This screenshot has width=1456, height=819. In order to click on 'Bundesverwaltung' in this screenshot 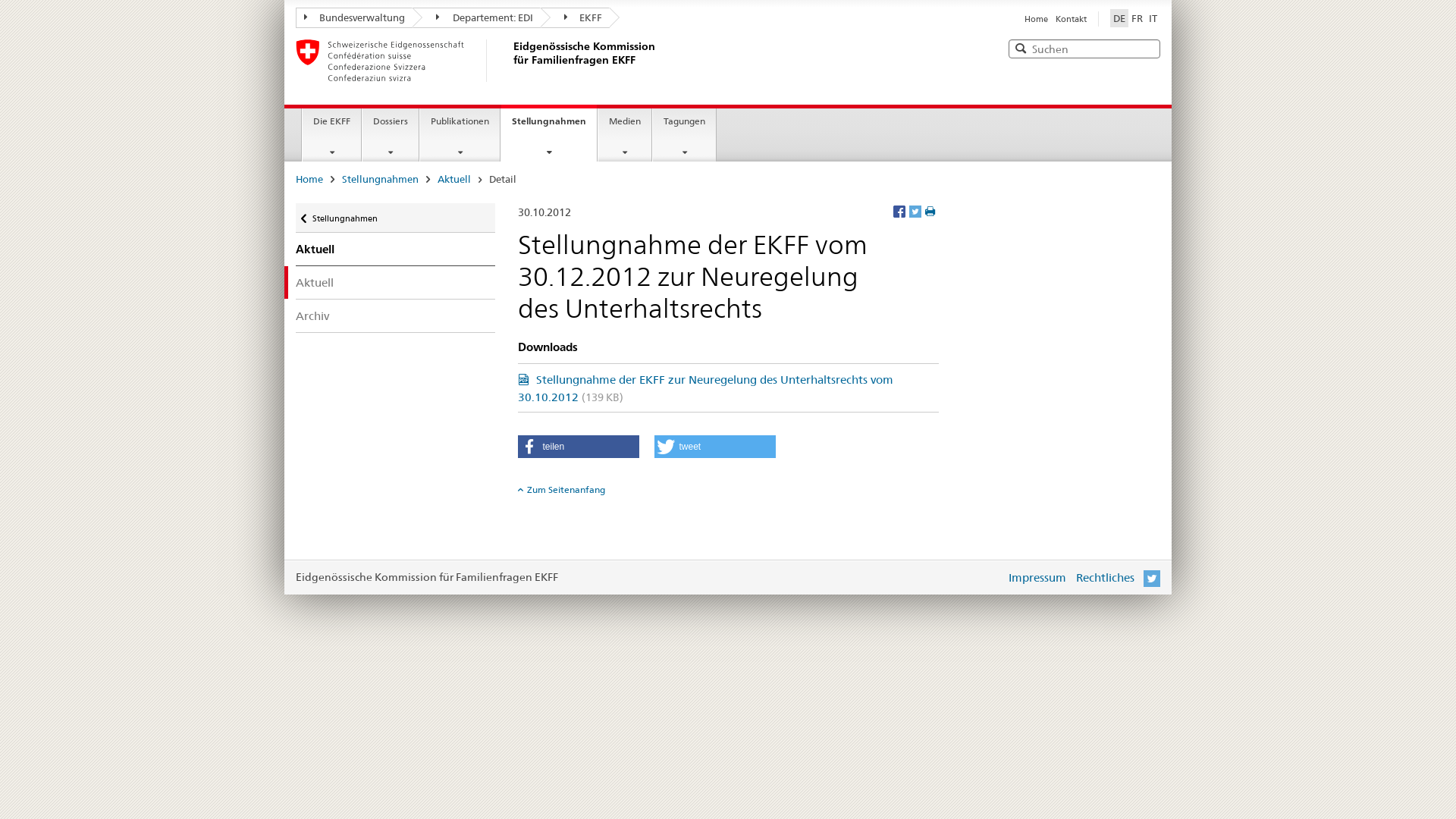, I will do `click(353, 17)`.